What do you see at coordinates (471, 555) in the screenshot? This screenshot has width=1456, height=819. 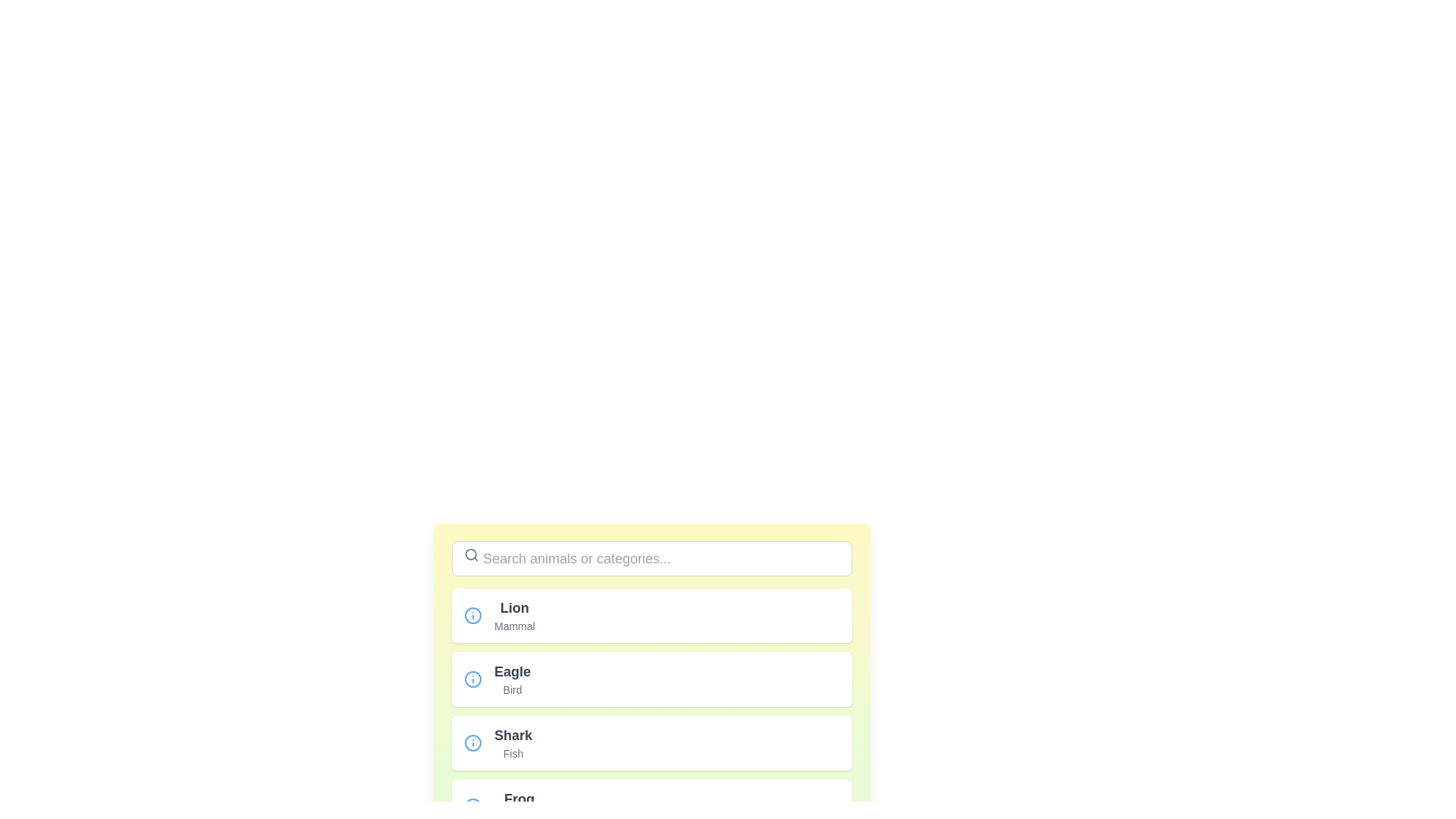 I see `the magnifying glass search icon located on the left inside the rectangular search bar with rounded corners` at bounding box center [471, 555].